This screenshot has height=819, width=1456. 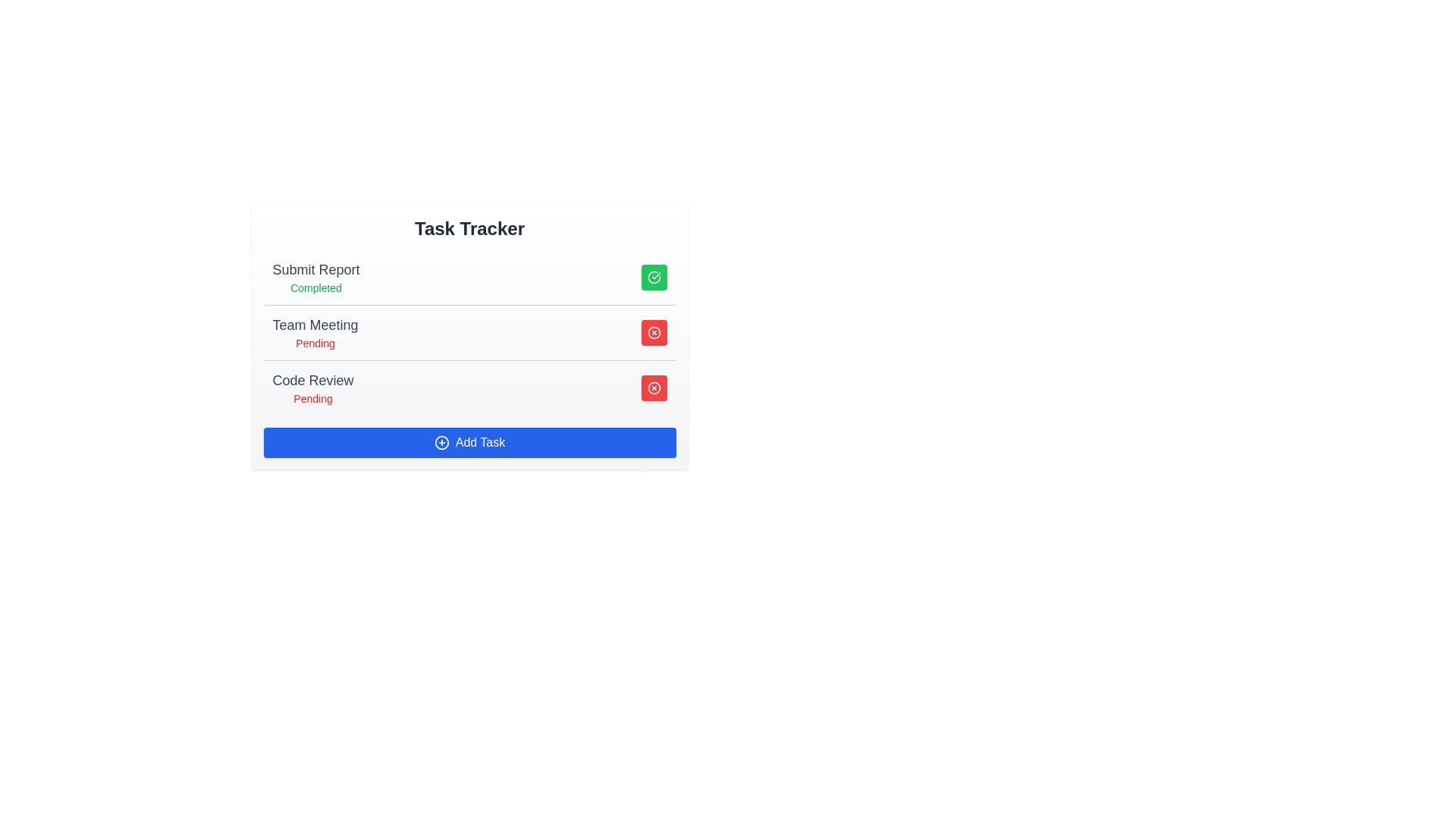 I want to click on task name 'Code Review' and its status 'Pending' from the third task entry in the Task Tracker section, so click(x=469, y=387).